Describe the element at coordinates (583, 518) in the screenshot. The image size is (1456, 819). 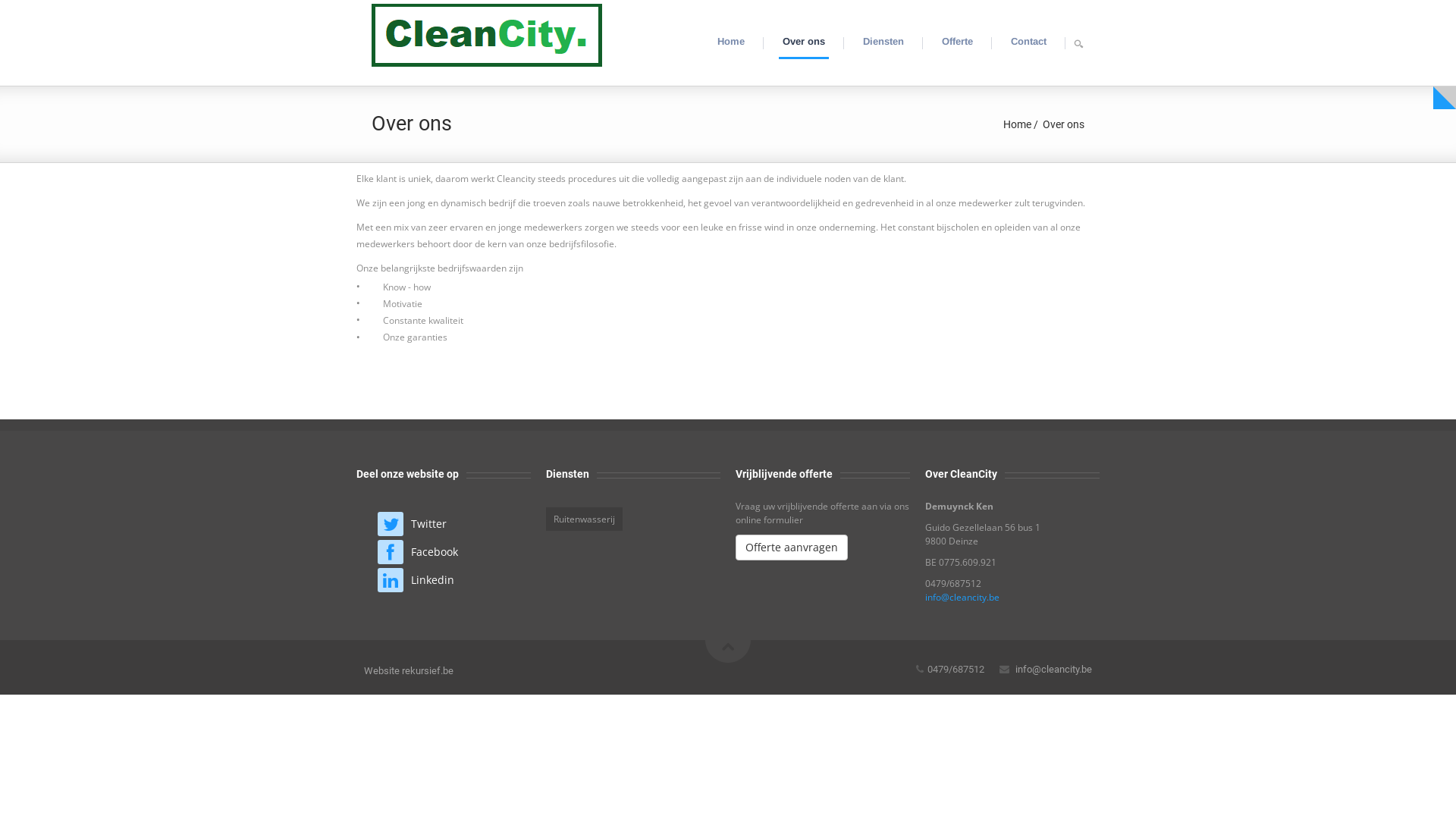
I see `'Ruitenwasserij'` at that location.